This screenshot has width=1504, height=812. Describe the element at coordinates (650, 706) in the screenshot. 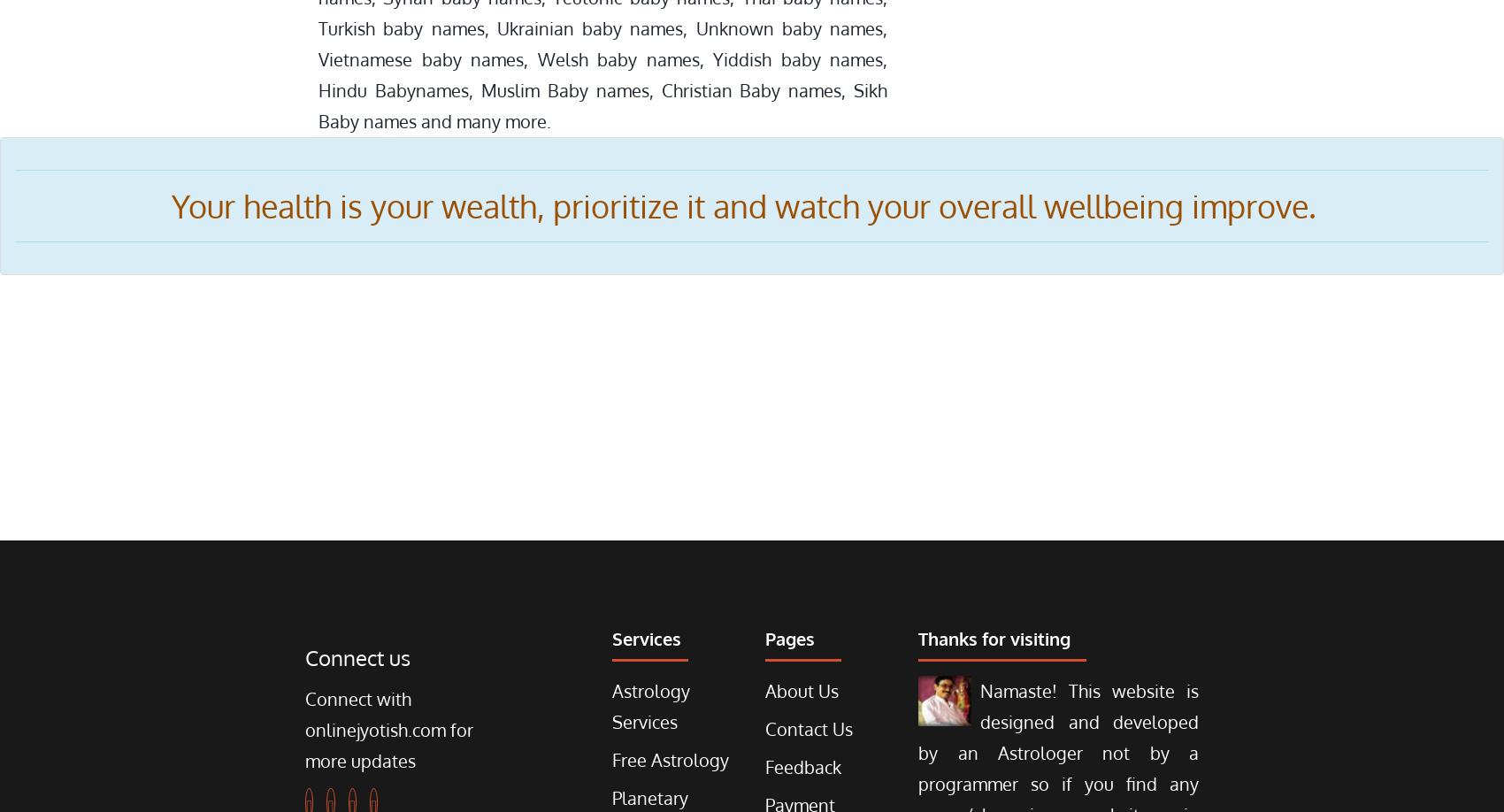

I see `'Astrology Services'` at that location.